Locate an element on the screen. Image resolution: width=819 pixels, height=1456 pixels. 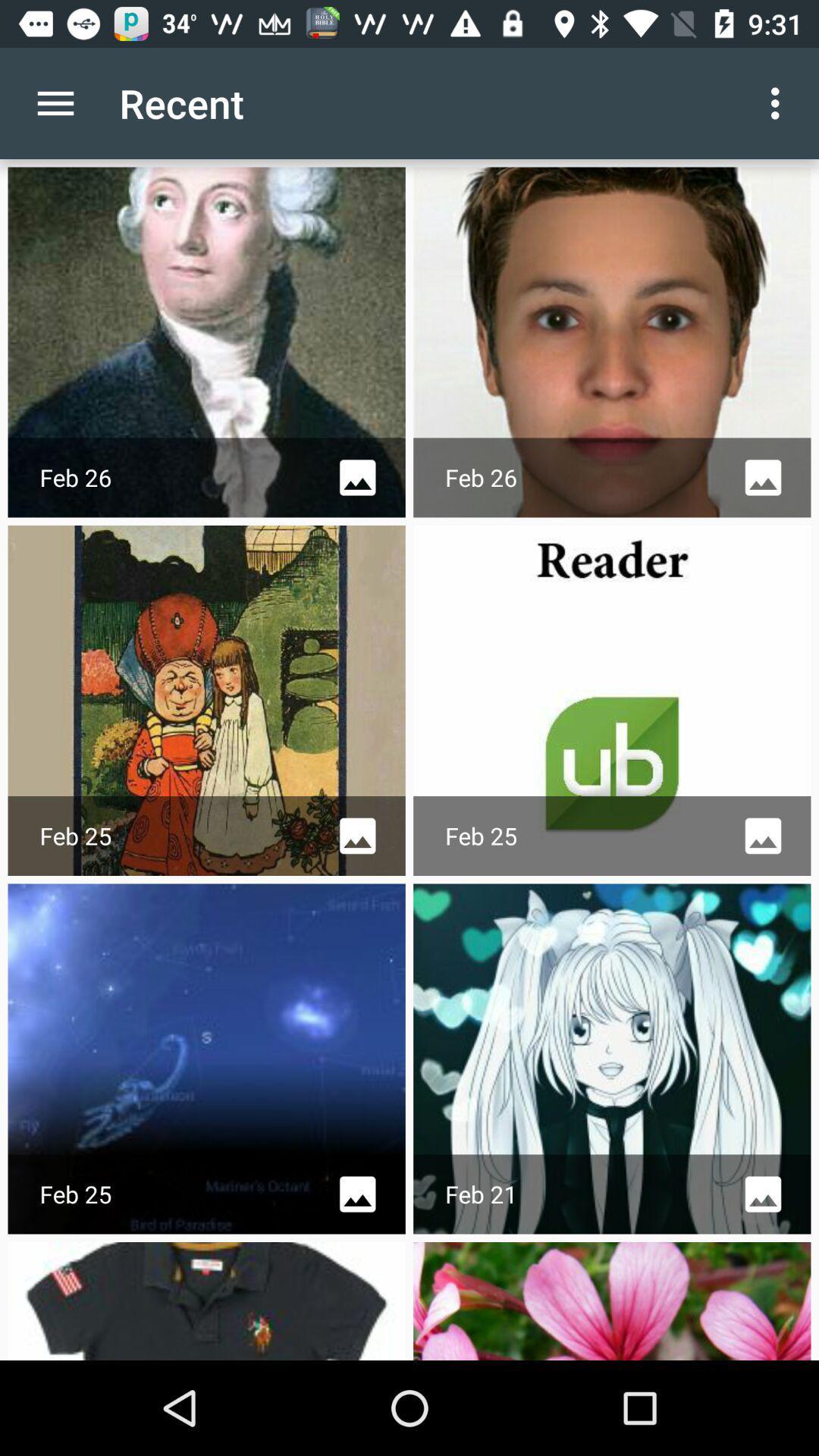
the item to the right of recent item is located at coordinates (779, 102).